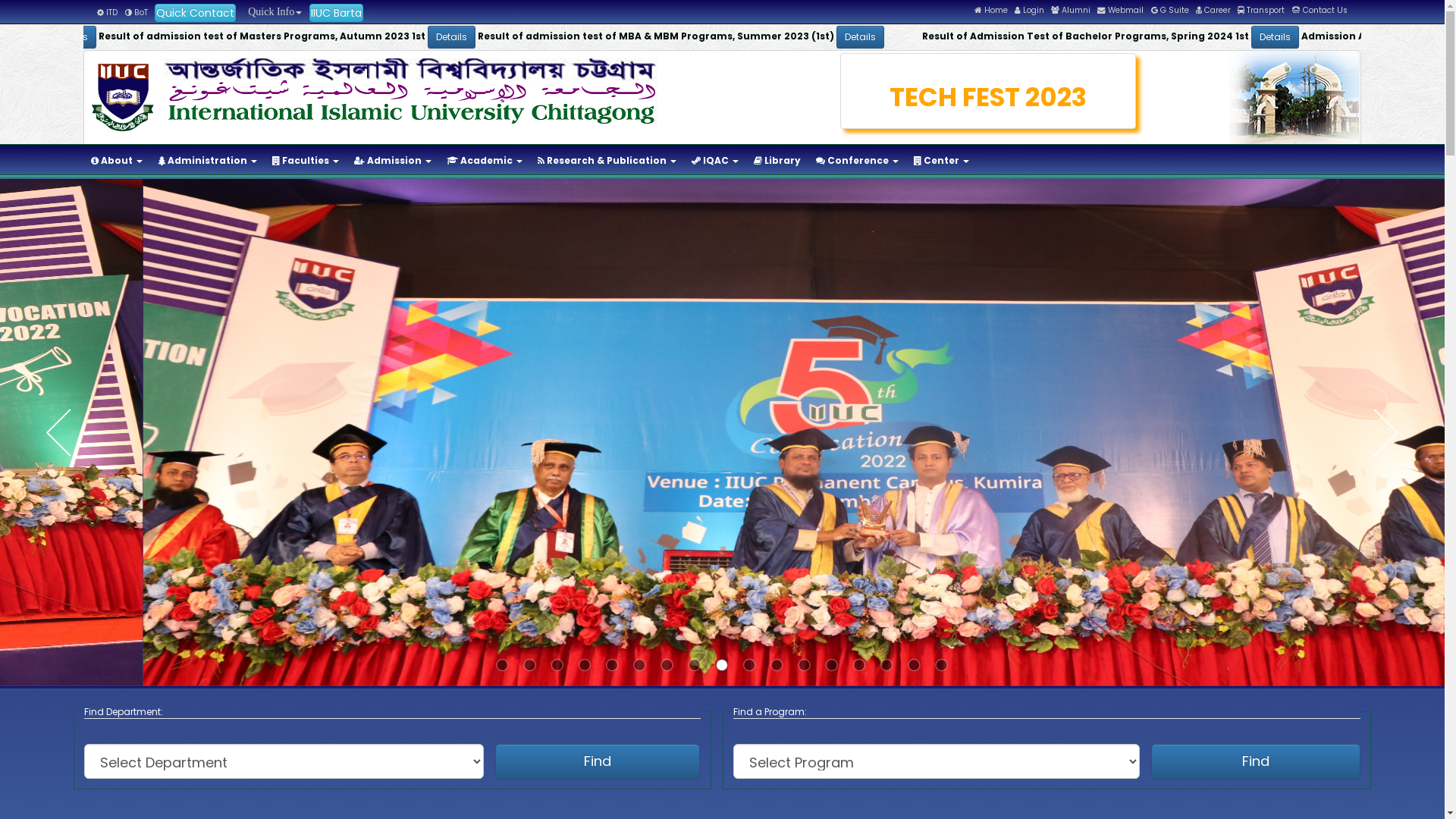 The height and width of the screenshot is (819, 1456). I want to click on 'Administration', so click(206, 161).